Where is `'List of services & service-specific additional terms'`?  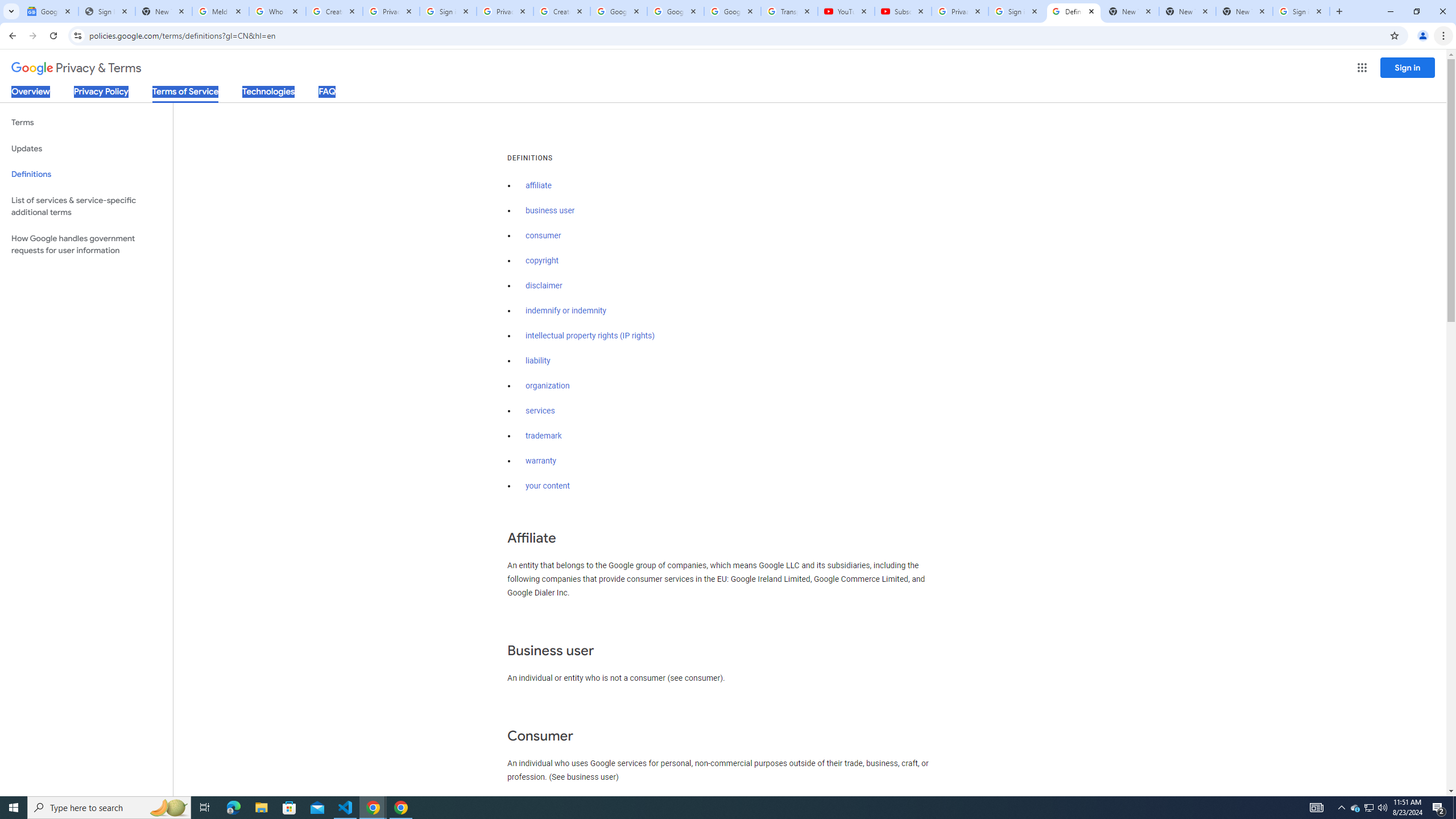
'List of services & service-specific additional terms' is located at coordinates (86, 205).